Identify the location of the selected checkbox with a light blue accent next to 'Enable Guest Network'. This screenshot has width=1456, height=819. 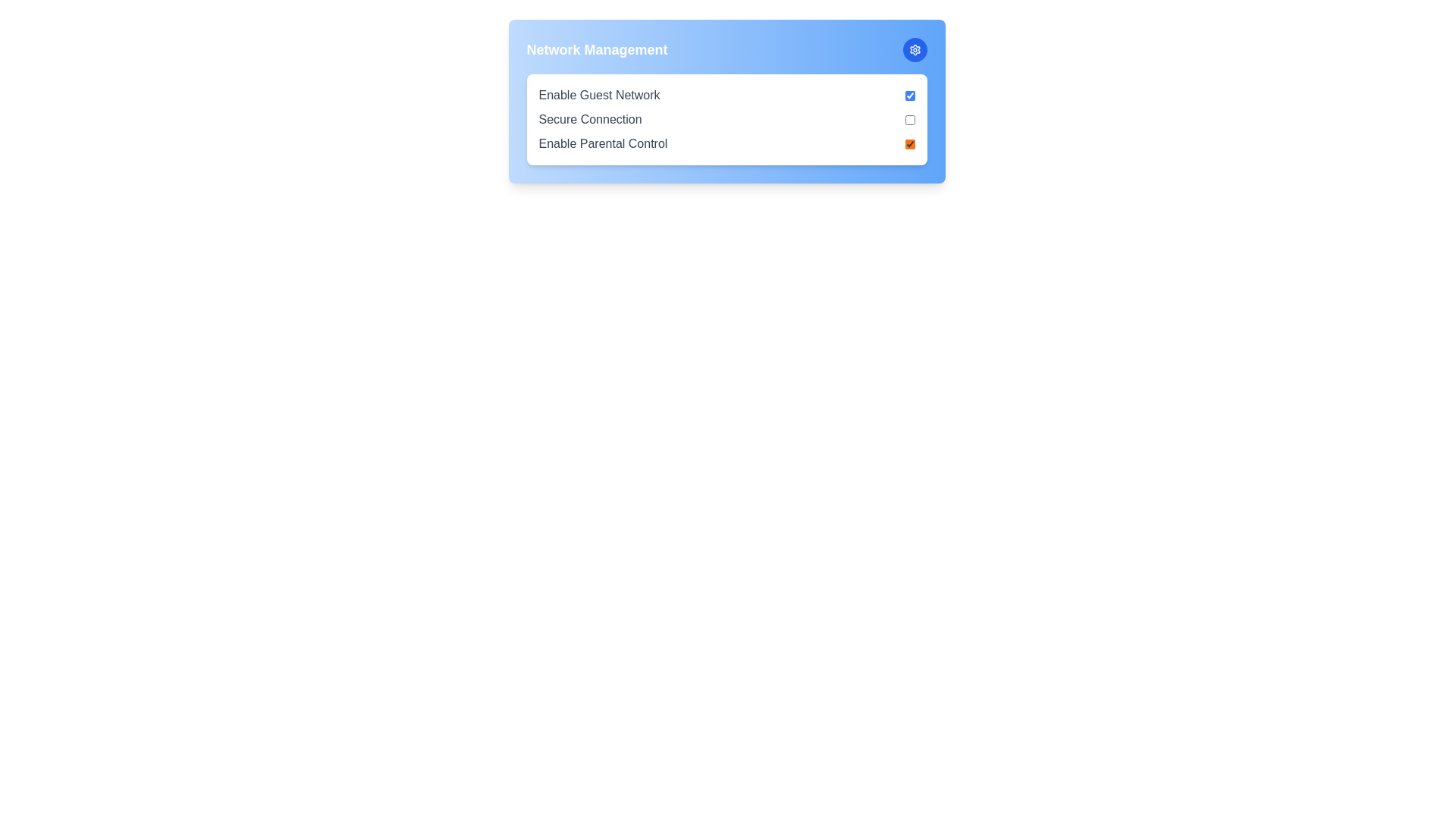
(910, 96).